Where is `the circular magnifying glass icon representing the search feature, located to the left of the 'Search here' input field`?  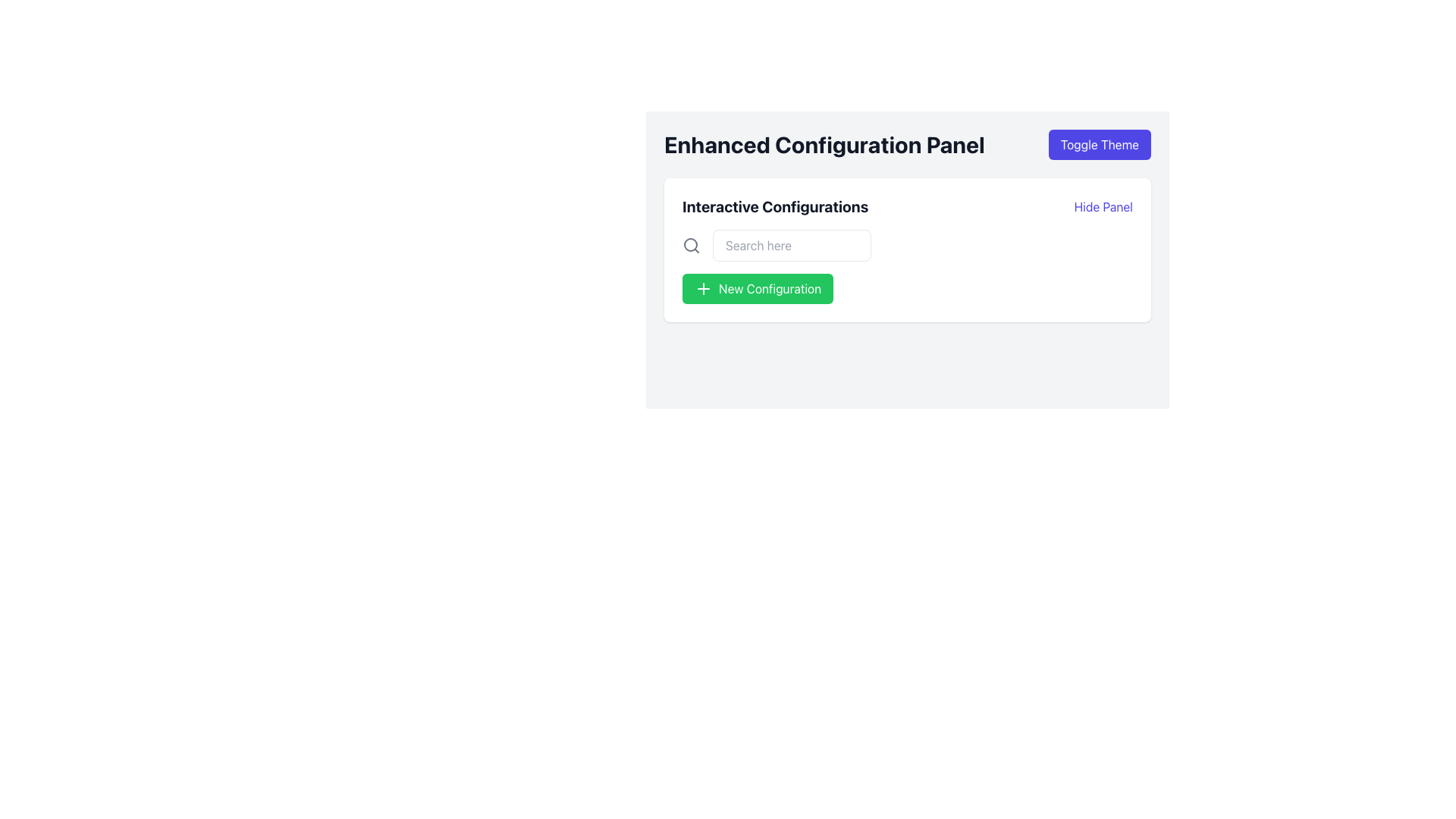
the circular magnifying glass icon representing the search feature, located to the left of the 'Search here' input field is located at coordinates (691, 245).